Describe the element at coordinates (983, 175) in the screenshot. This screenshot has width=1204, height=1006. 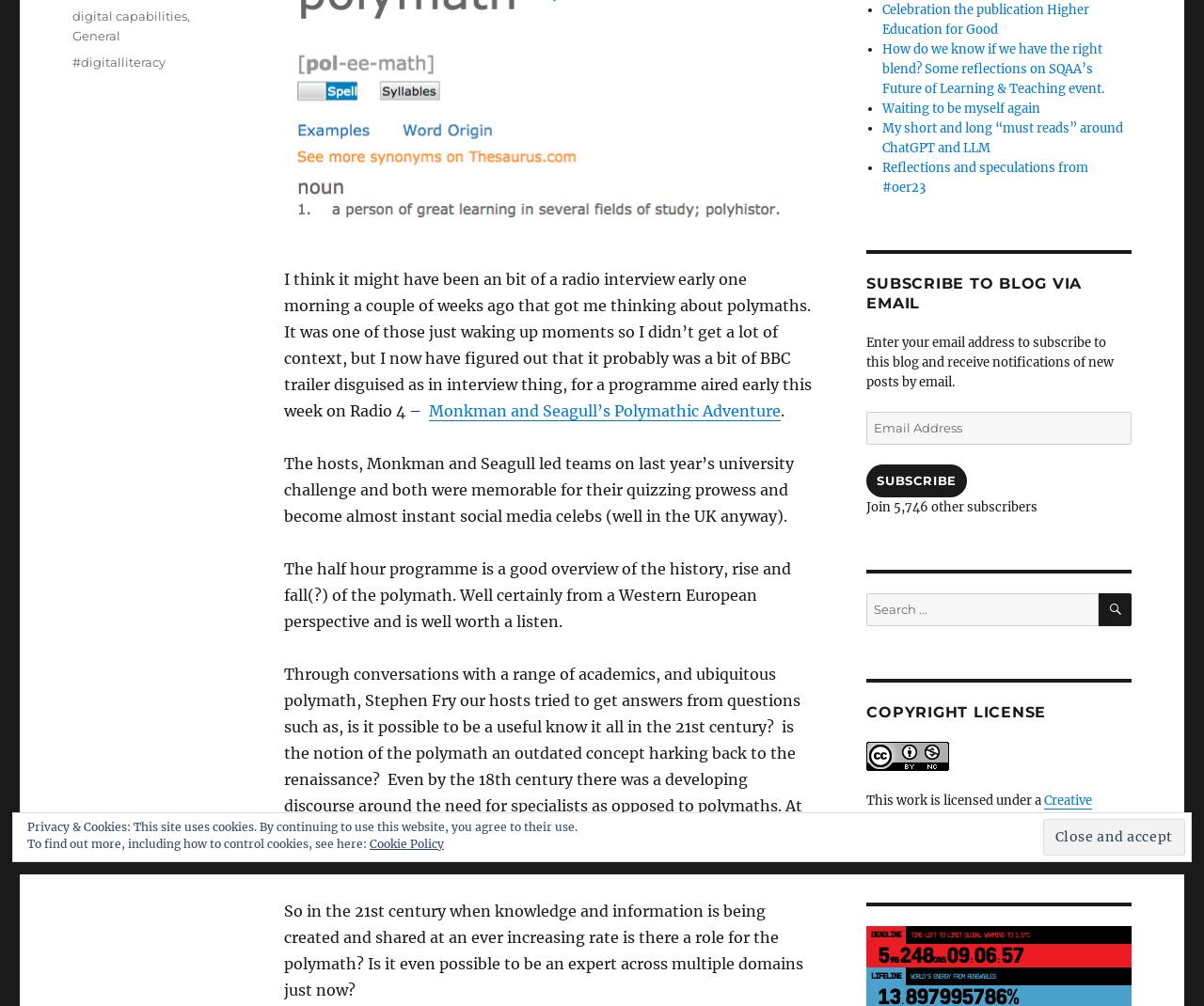
I see `'Reflections and speculations from #oer23'` at that location.